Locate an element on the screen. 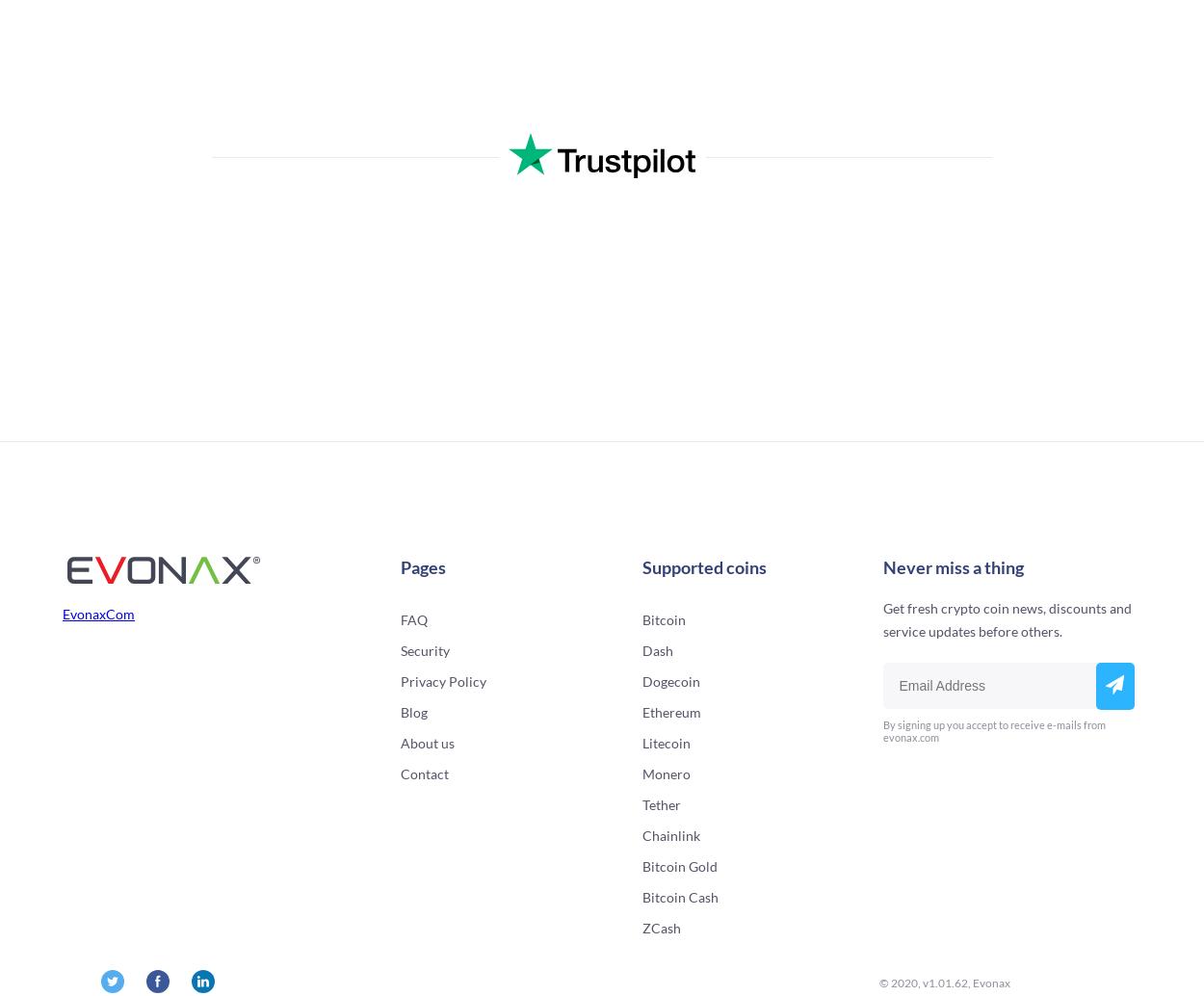  'Blog' is located at coordinates (413, 712).